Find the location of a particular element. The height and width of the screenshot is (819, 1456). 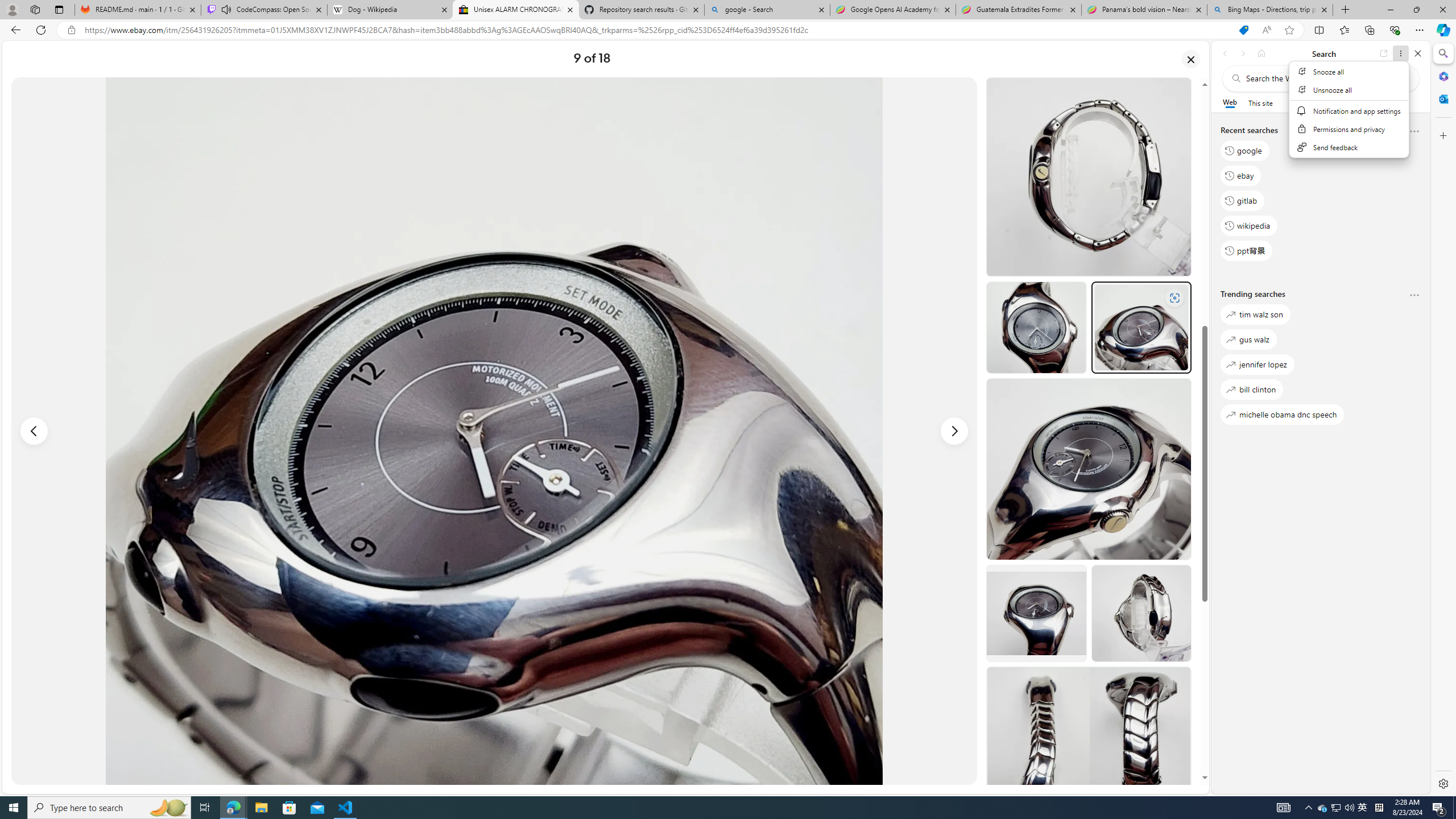

'Snooze all' is located at coordinates (1349, 71).